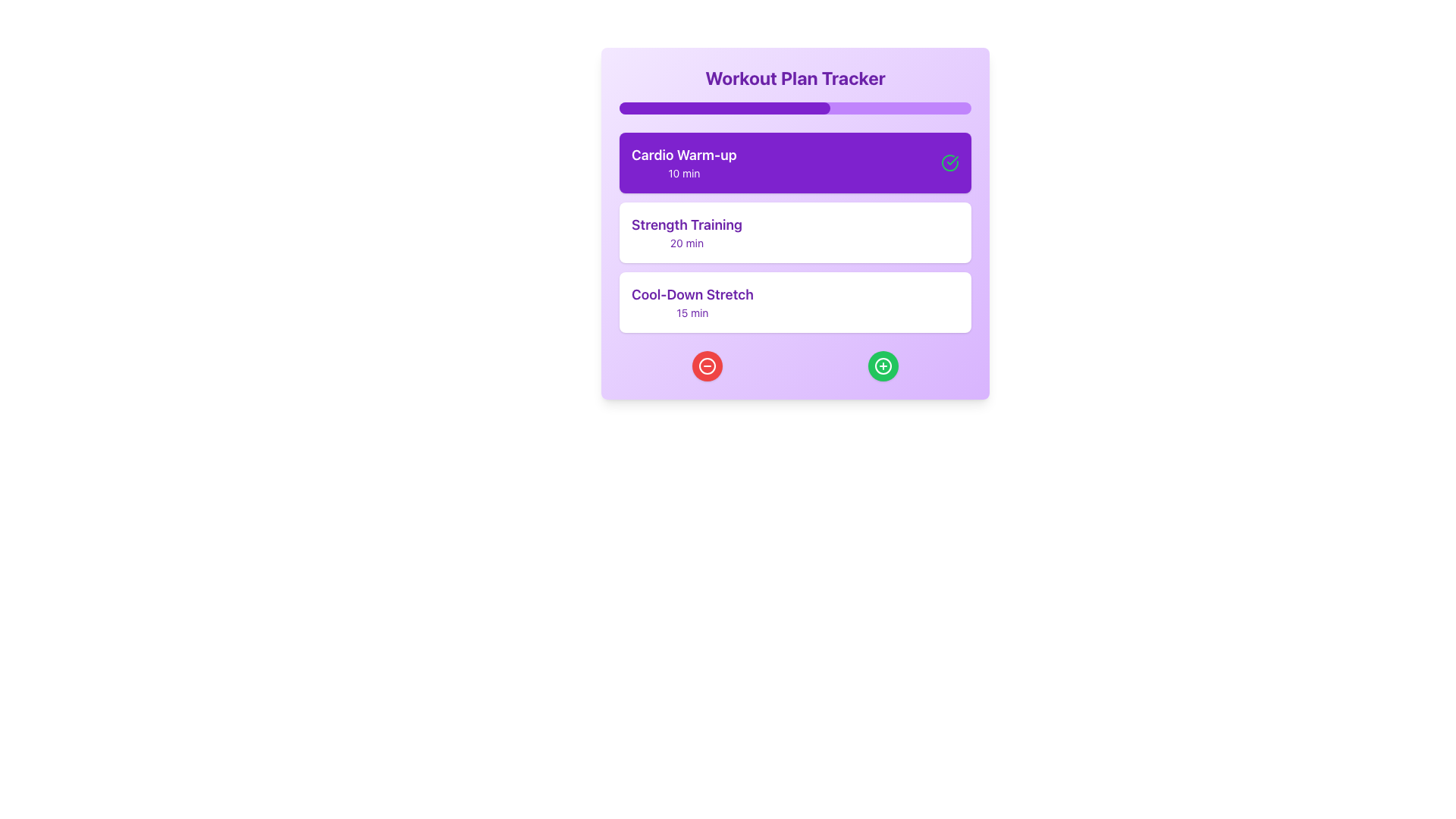 The width and height of the screenshot is (1456, 819). Describe the element at coordinates (706, 366) in the screenshot. I see `the 'remove' or 'delete' button located towards the bottom center of the interface to trigger tooltip or highlight effects` at that location.